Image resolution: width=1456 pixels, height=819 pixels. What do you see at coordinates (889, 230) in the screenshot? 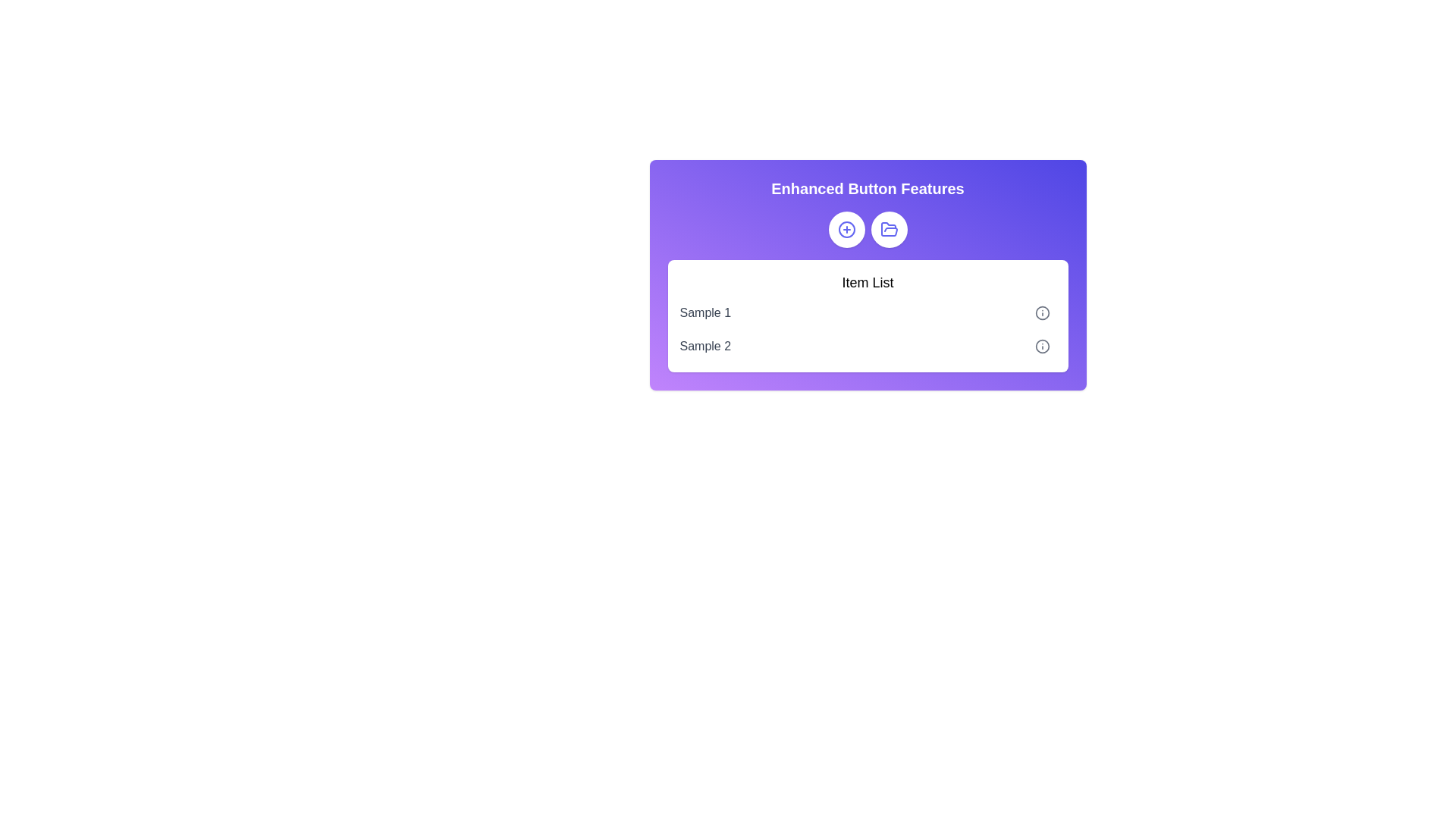
I see `the indigo open folder icon button located at the center of the white circular button on a purple-gradient background` at bounding box center [889, 230].